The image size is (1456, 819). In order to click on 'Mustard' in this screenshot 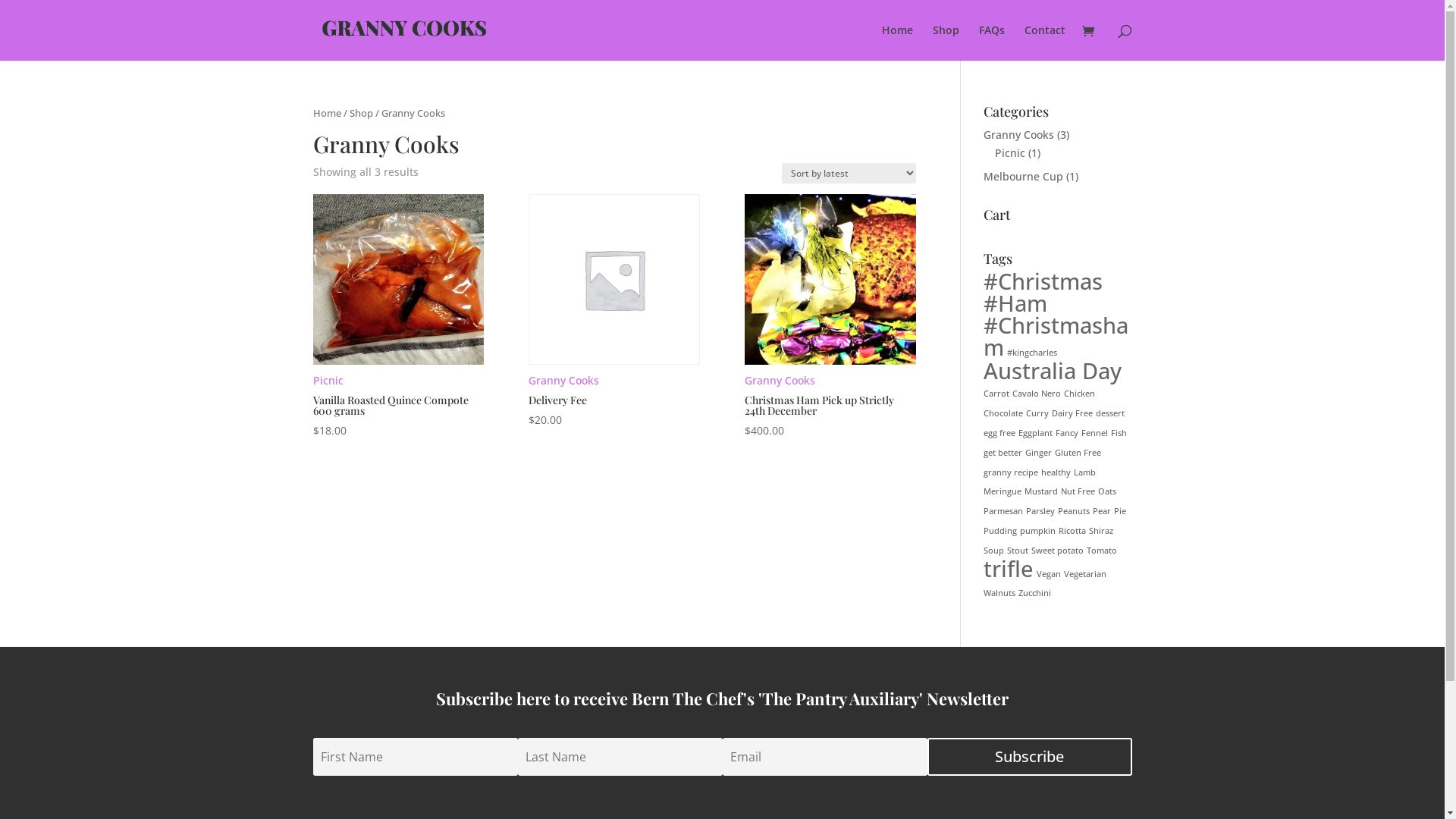, I will do `click(1040, 491)`.